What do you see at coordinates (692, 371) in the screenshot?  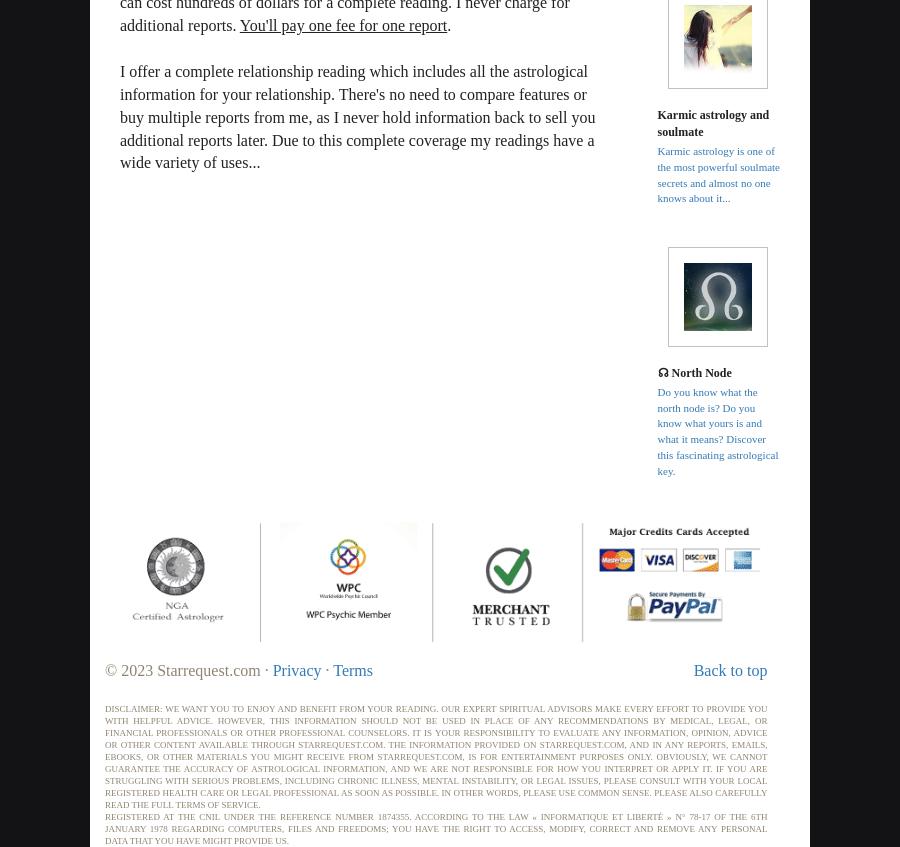 I see `'☊ North Node'` at bounding box center [692, 371].